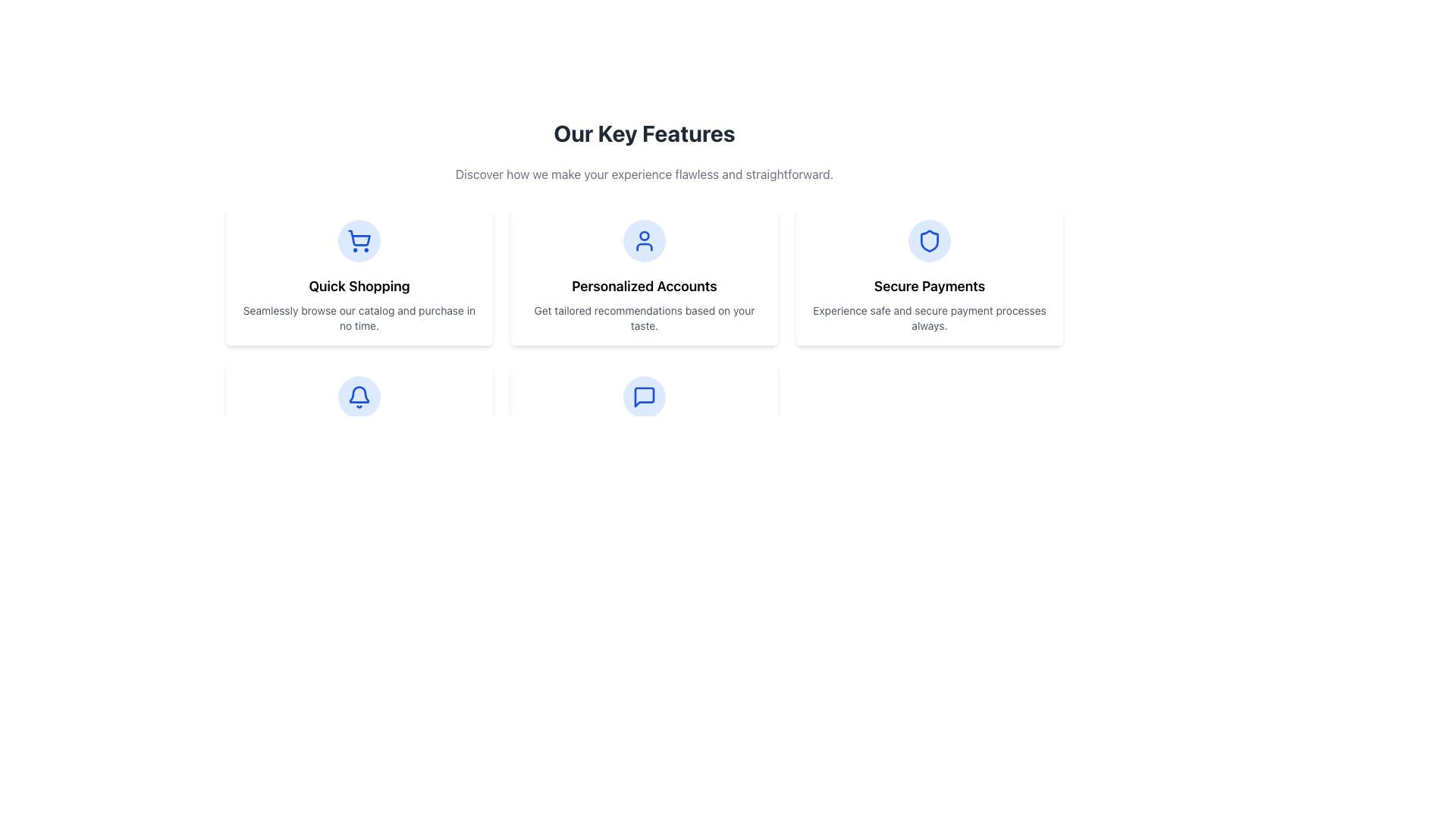 The width and height of the screenshot is (1456, 819). What do you see at coordinates (644, 397) in the screenshot?
I see `the messaging or communication icon located in the bottom center section of the interface, beneath the features 'Quick Shopping,' 'Personalized Accounts,' and 'Secure Payments,'` at bounding box center [644, 397].